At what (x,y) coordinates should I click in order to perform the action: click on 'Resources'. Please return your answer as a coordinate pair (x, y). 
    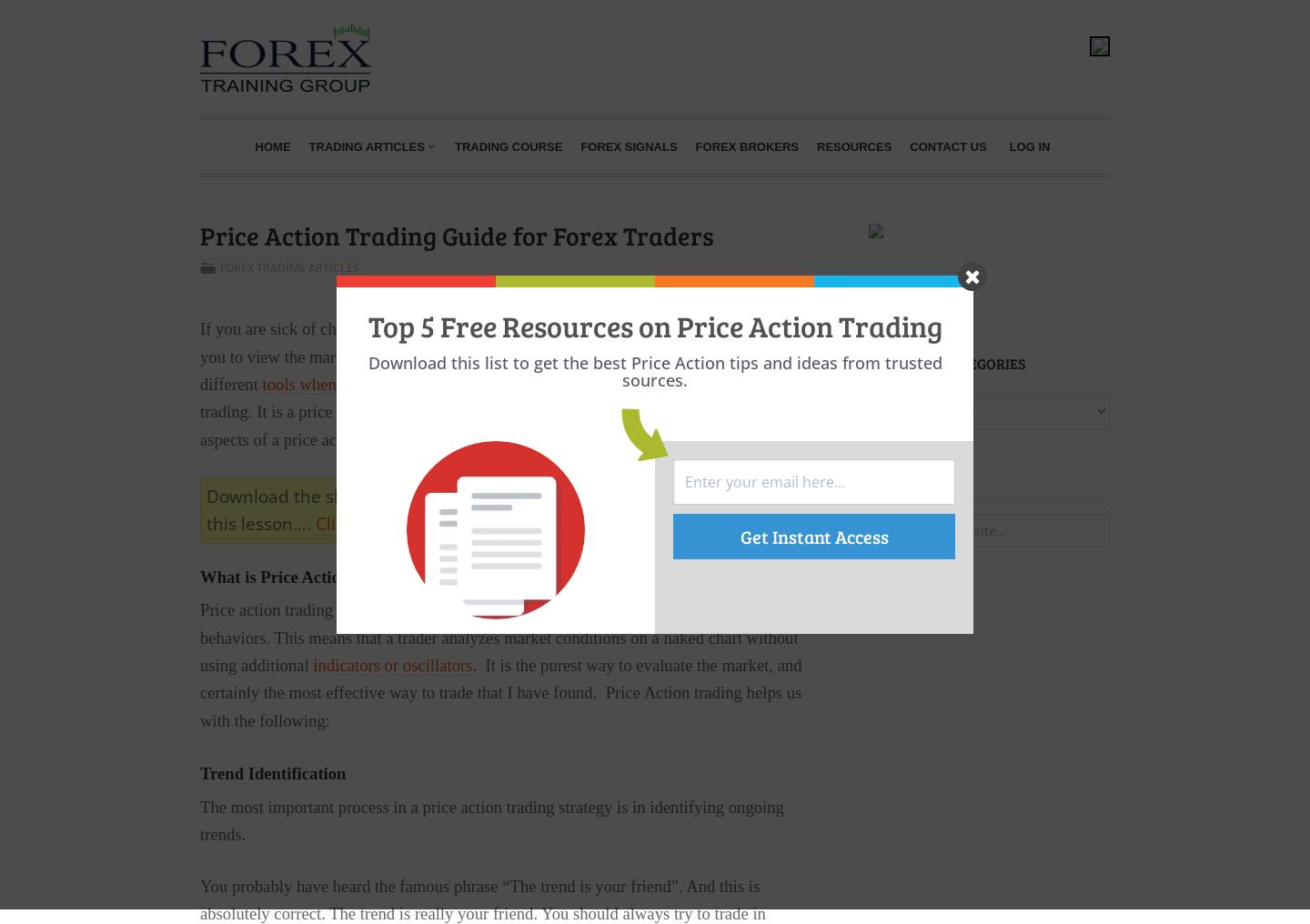
    Looking at the image, I should click on (854, 145).